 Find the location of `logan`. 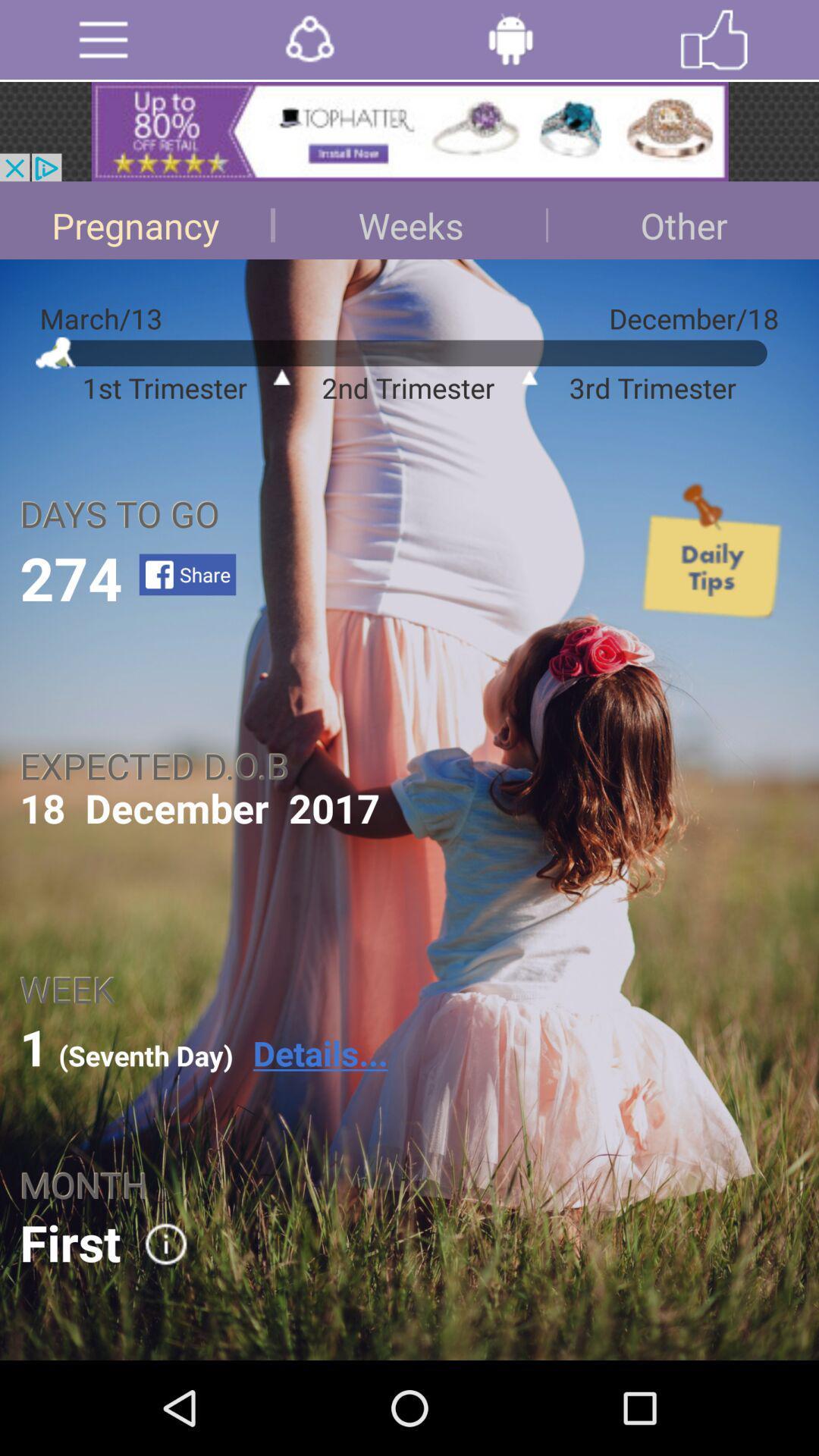

logan is located at coordinates (510, 39).